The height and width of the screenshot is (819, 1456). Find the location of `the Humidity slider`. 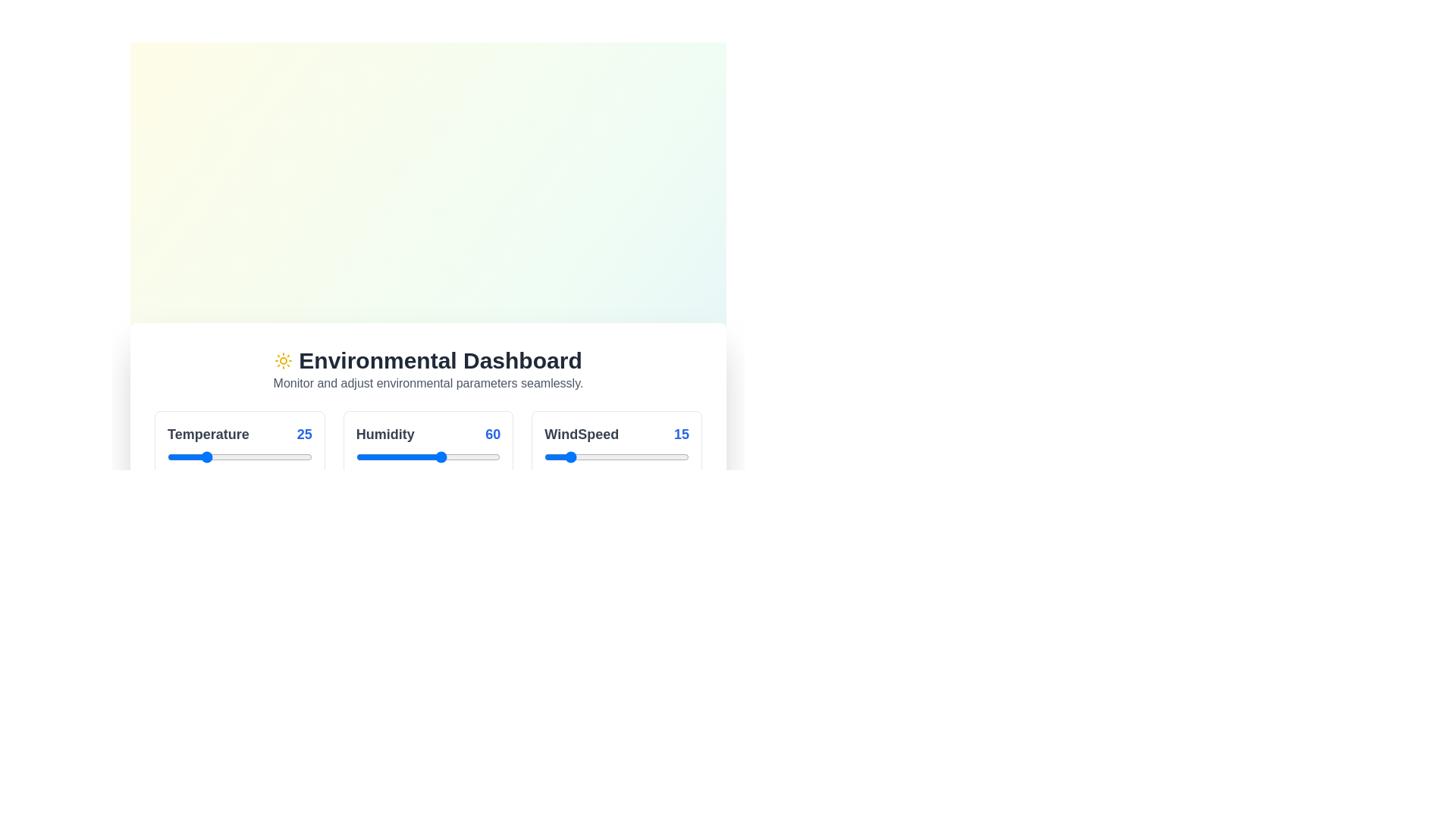

the Humidity slider is located at coordinates (471, 456).